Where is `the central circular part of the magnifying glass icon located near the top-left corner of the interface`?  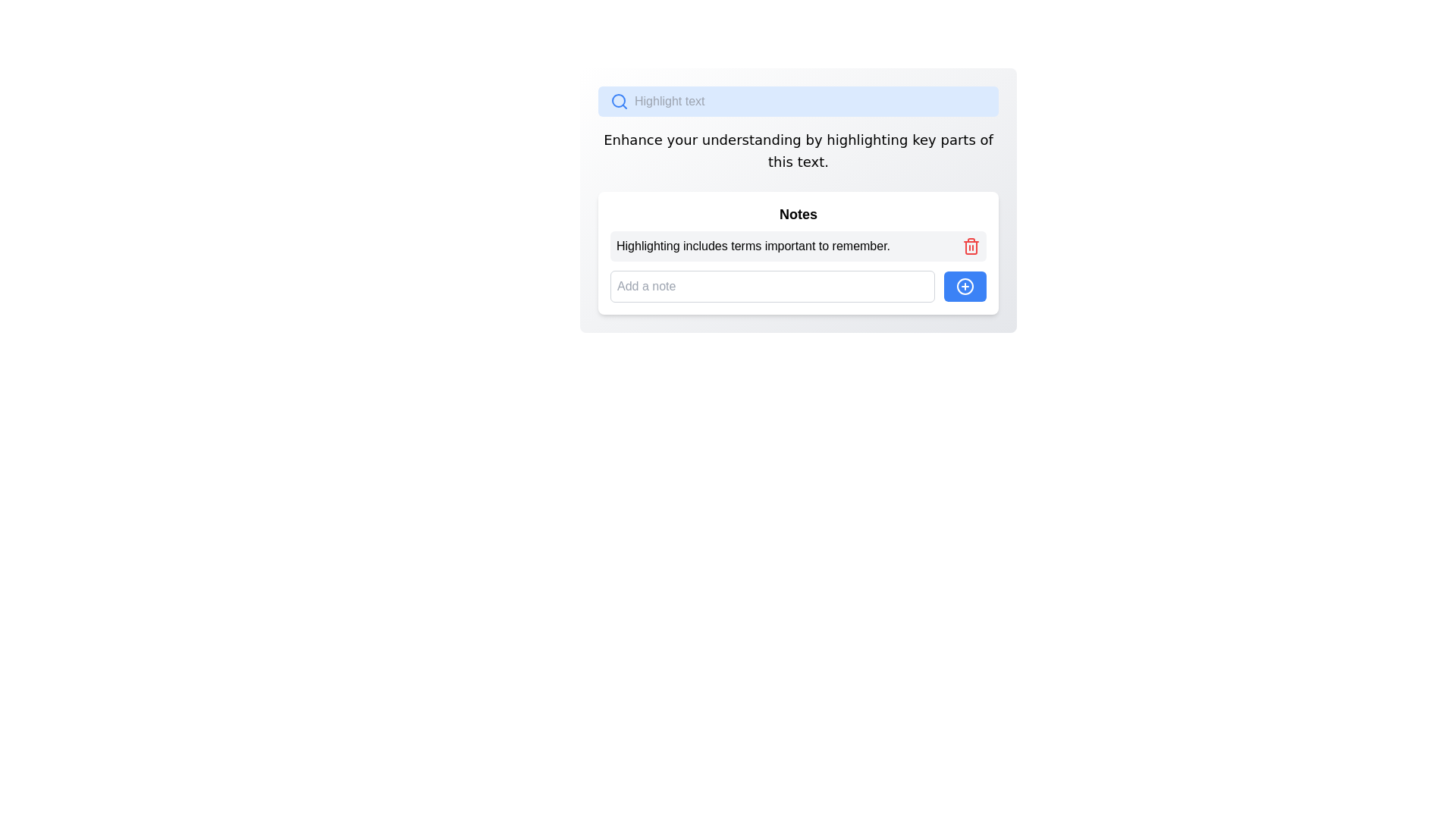
the central circular part of the magnifying glass icon located near the top-left corner of the interface is located at coordinates (619, 100).